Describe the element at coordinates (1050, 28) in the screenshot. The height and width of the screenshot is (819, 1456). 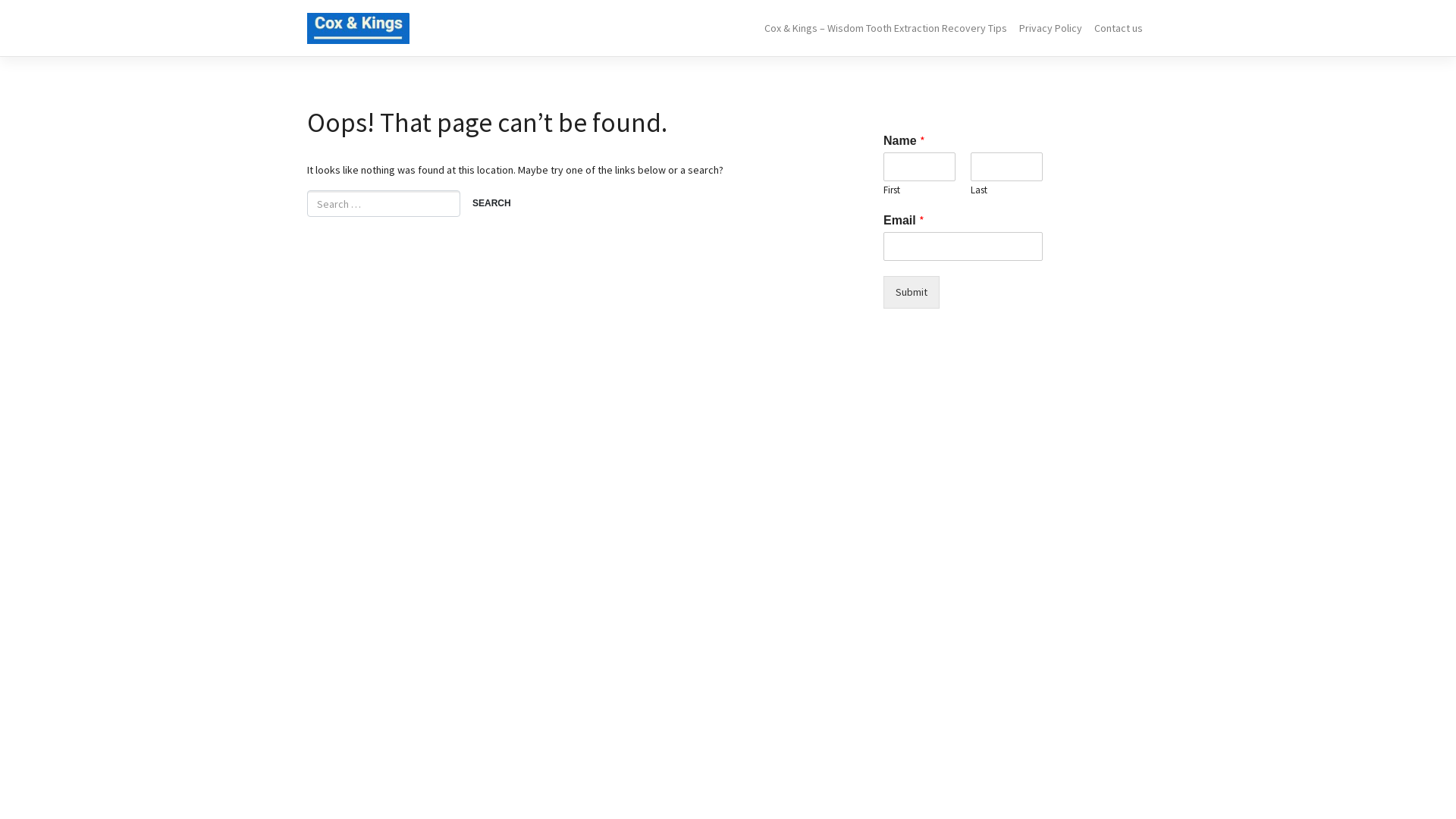
I see `'Privacy Policy'` at that location.